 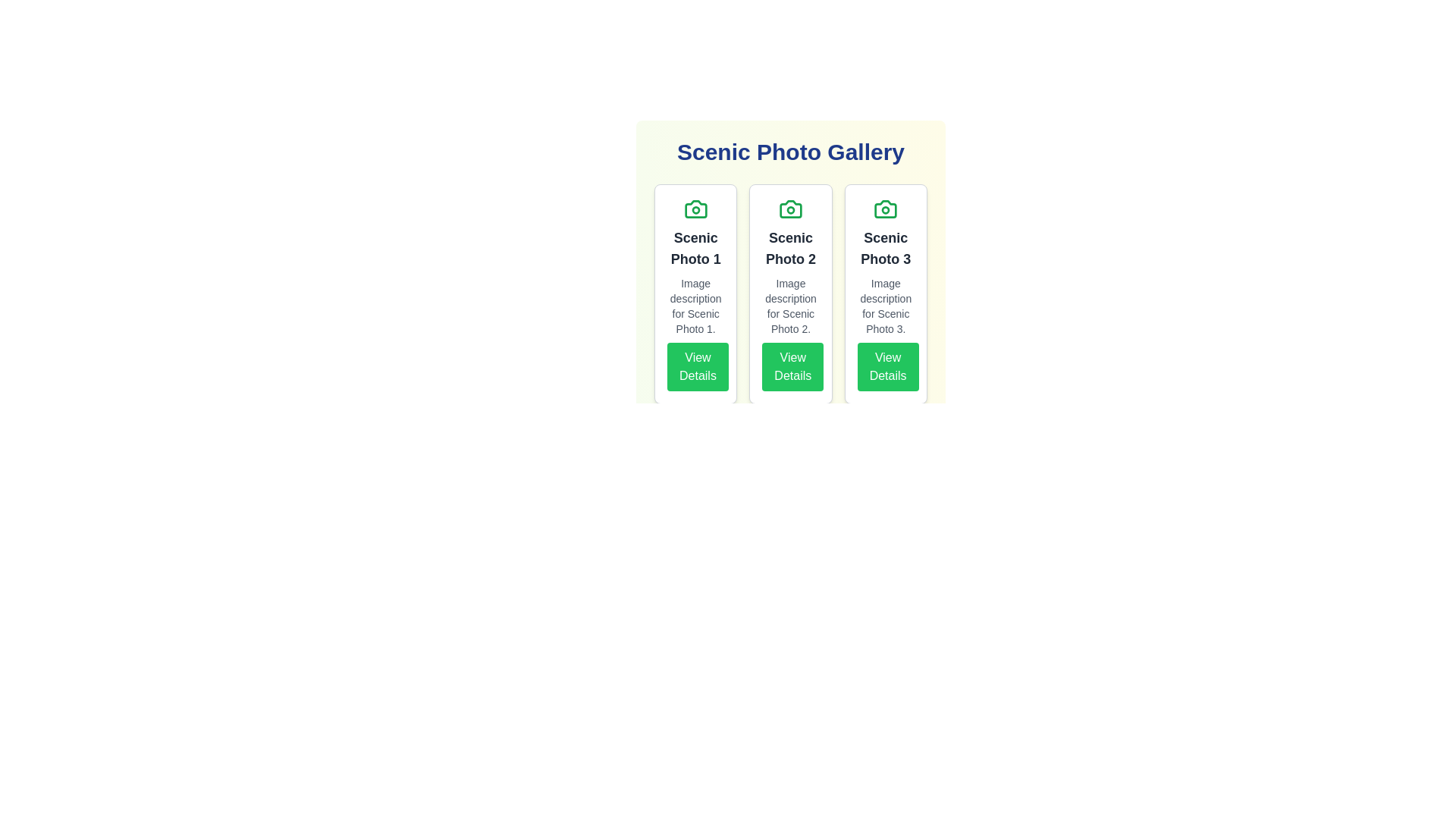 What do you see at coordinates (888, 366) in the screenshot?
I see `the 'View Details' button for the photo titled 'Scenic Photo 3'` at bounding box center [888, 366].